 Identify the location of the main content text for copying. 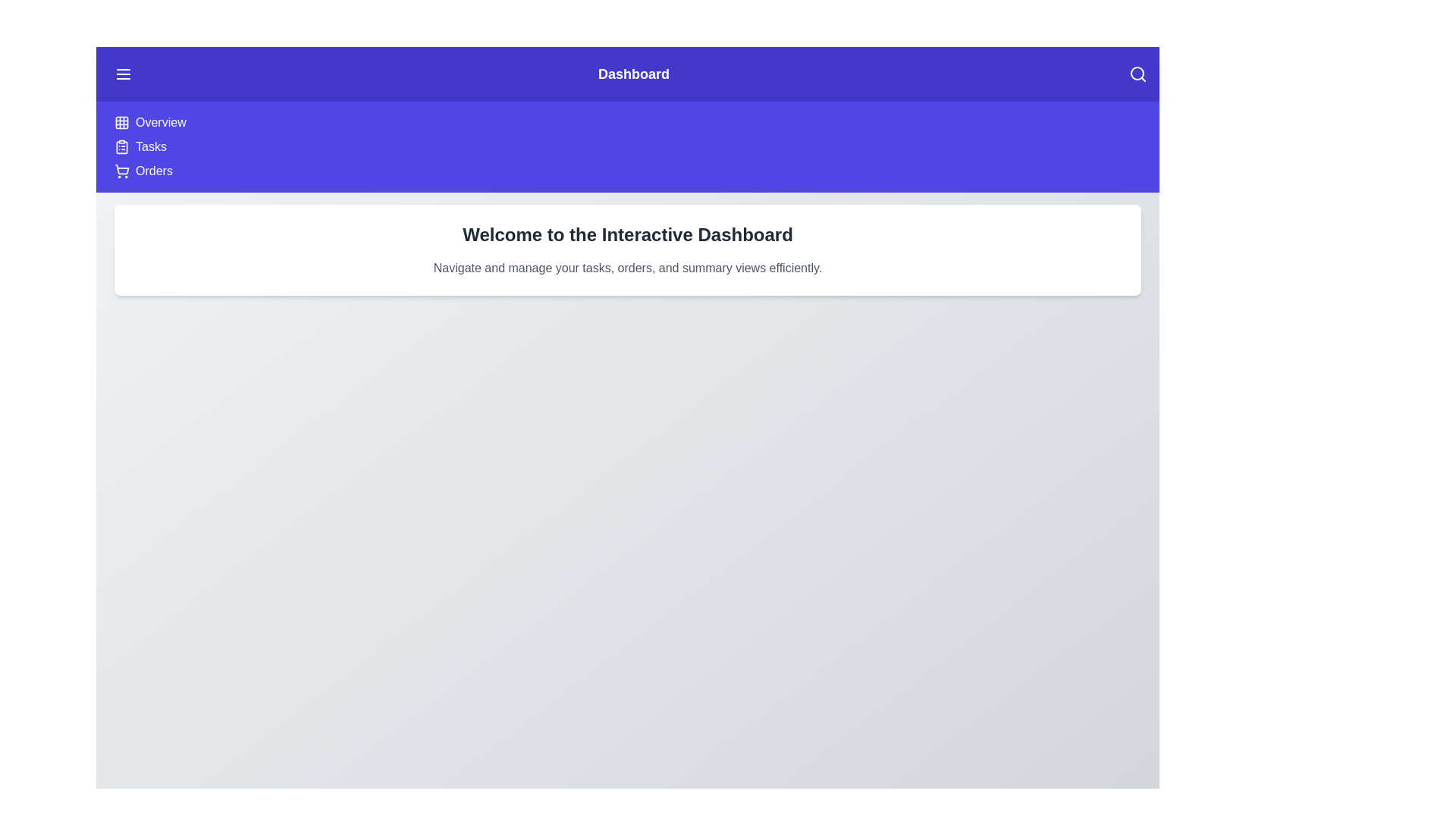
(132, 222).